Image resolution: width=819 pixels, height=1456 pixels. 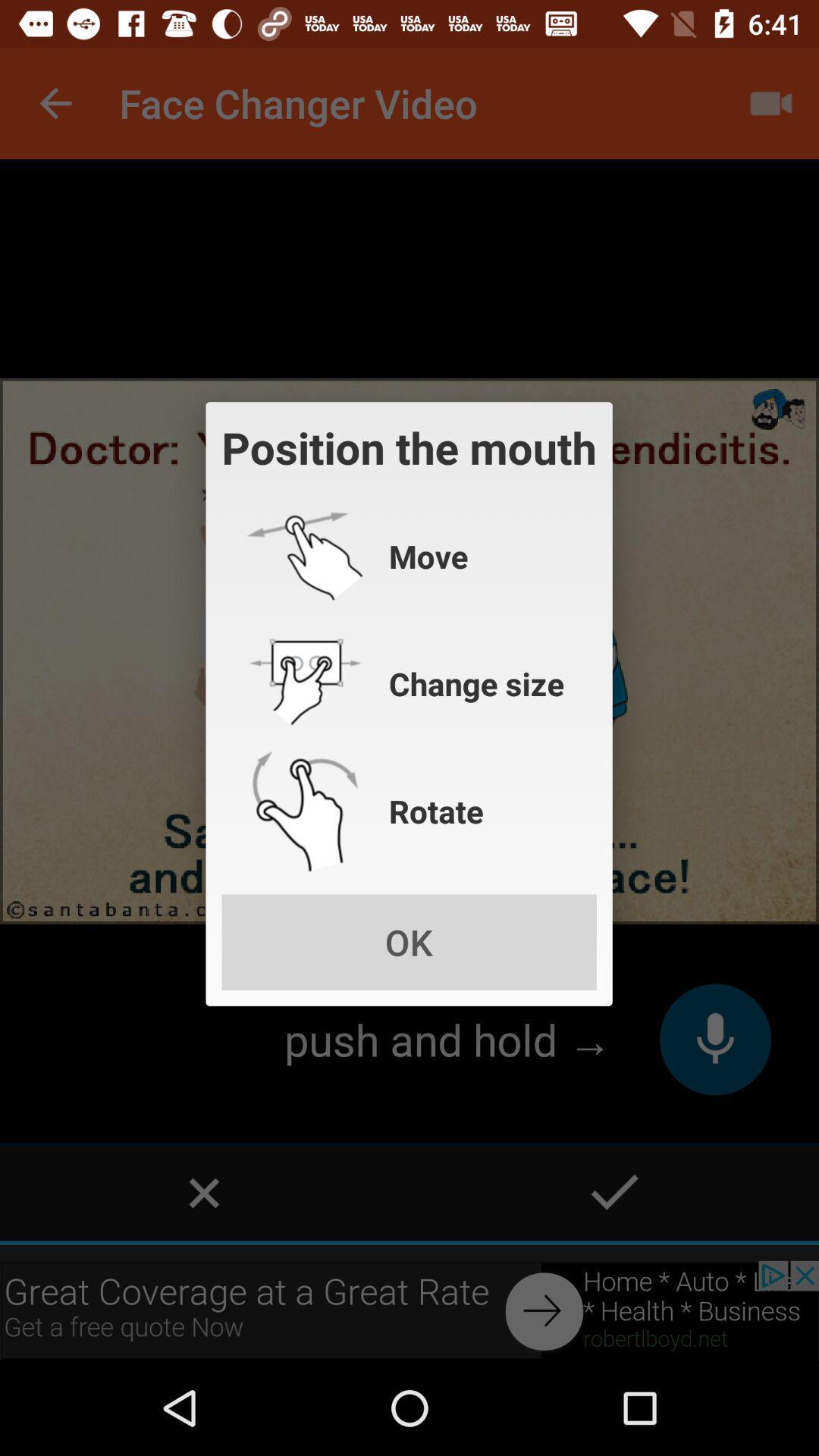 I want to click on the ok icon, so click(x=408, y=941).